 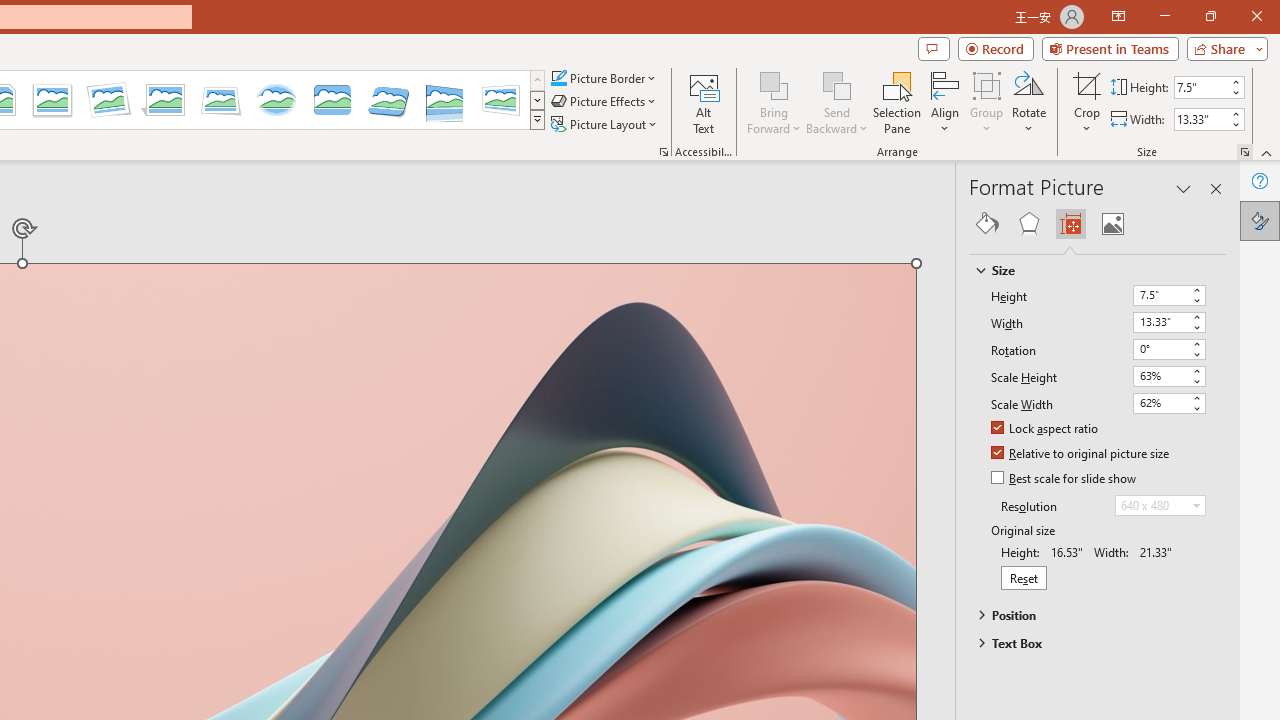 What do you see at coordinates (603, 77) in the screenshot?
I see `'Picture Border'` at bounding box center [603, 77].